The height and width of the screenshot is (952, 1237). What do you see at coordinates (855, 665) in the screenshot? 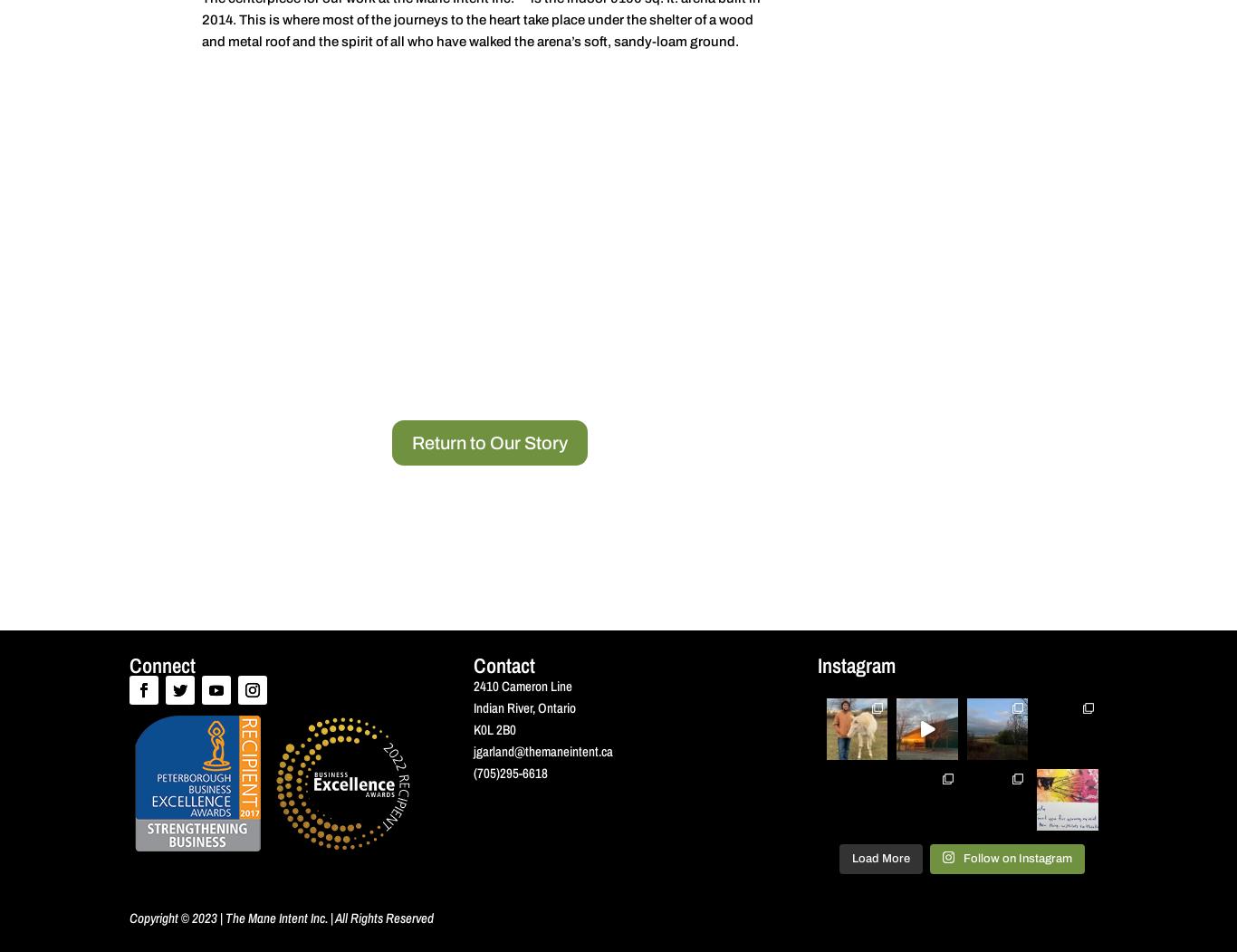
I see `'Instagram'` at bounding box center [855, 665].